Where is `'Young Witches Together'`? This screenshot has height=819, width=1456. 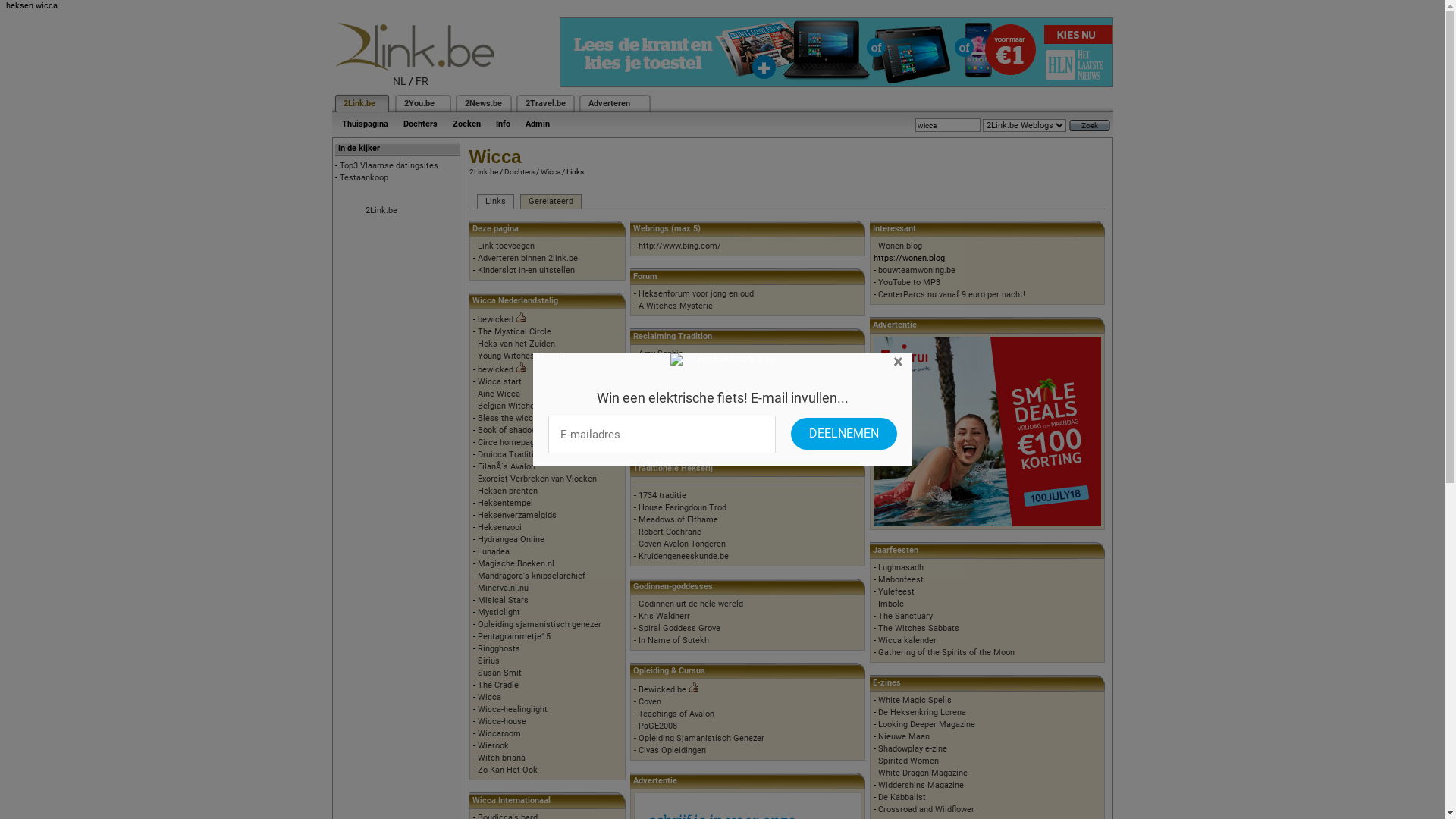 'Young Witches Together' is located at coordinates (524, 356).